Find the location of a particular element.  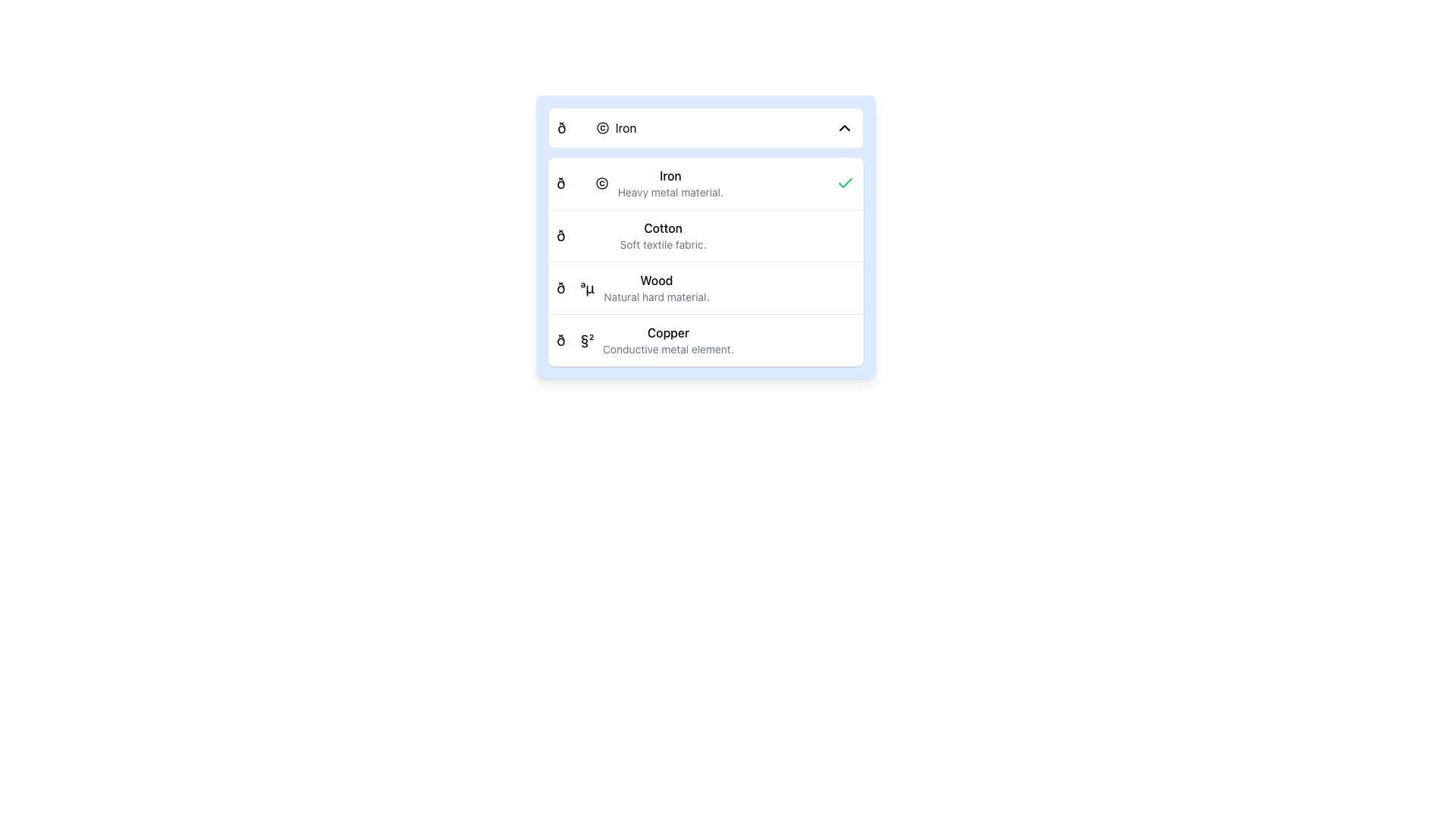

description text 'Conductive metal element.' from the Label displaying 'Copper' with an icon and decorative character is located at coordinates (645, 339).